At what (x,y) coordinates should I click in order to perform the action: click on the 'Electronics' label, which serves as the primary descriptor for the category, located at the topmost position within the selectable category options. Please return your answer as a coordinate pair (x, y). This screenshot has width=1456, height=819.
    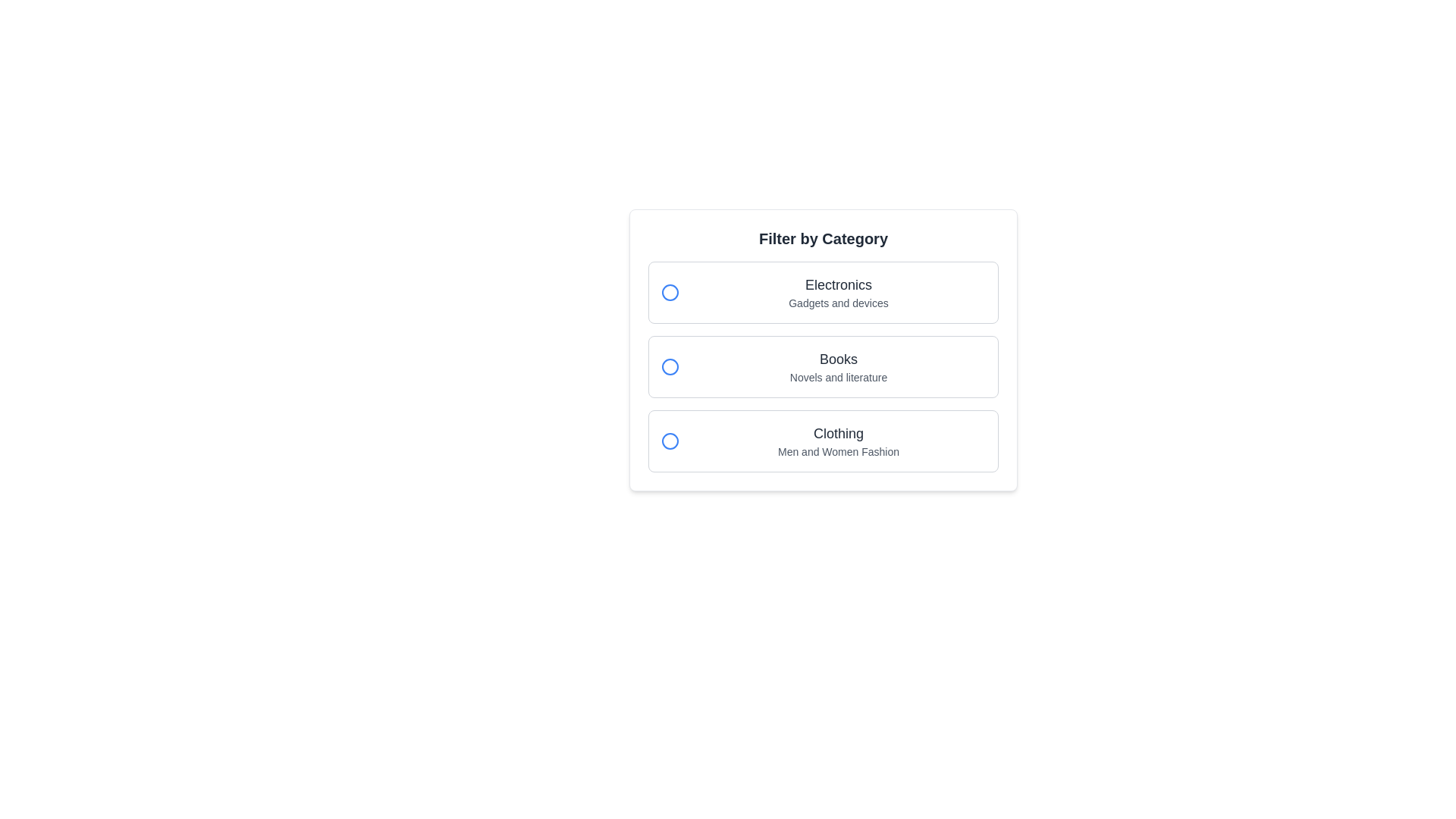
    Looking at the image, I should click on (837, 284).